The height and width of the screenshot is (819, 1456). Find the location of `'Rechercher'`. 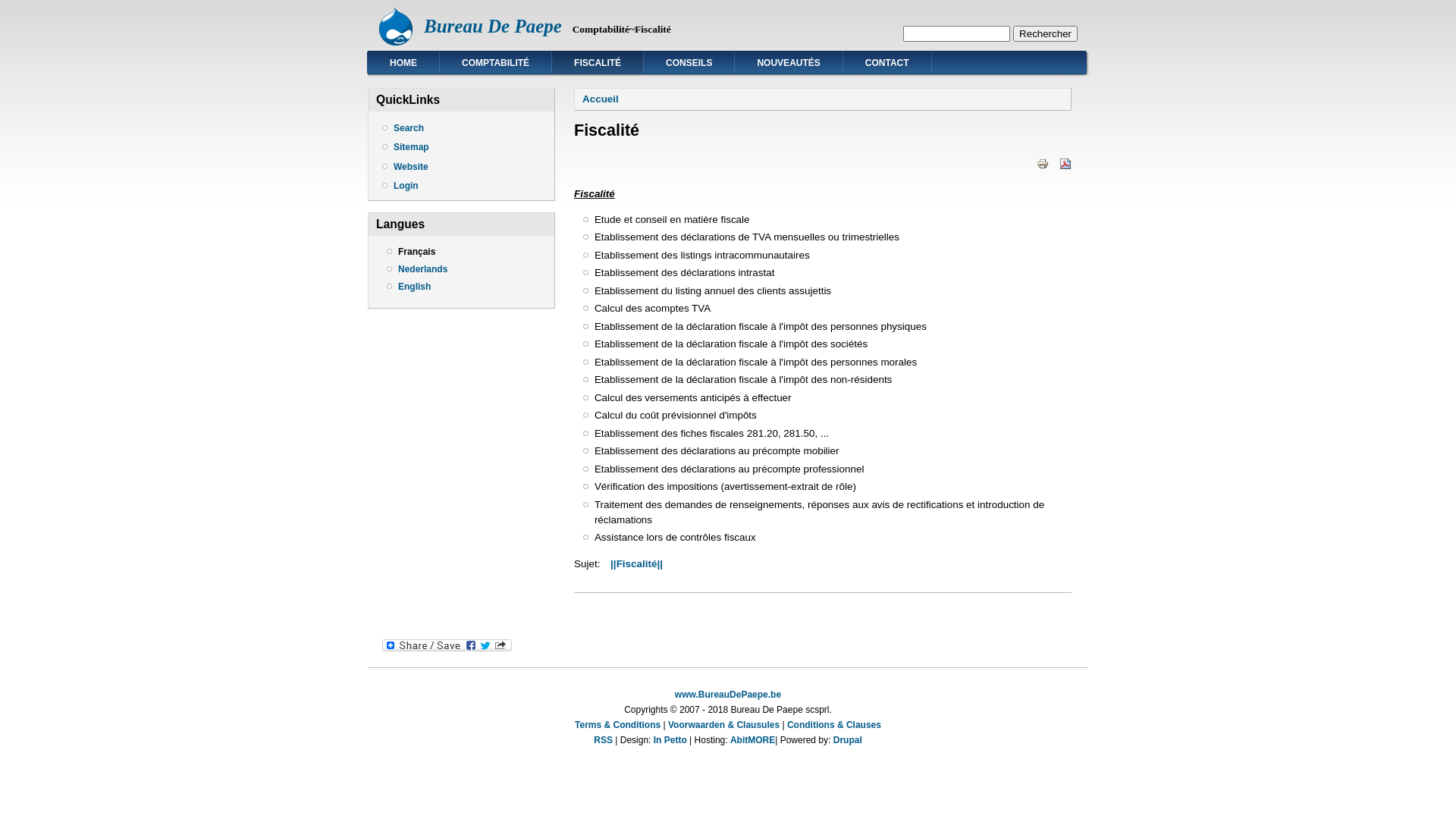

'Rechercher' is located at coordinates (1044, 33).